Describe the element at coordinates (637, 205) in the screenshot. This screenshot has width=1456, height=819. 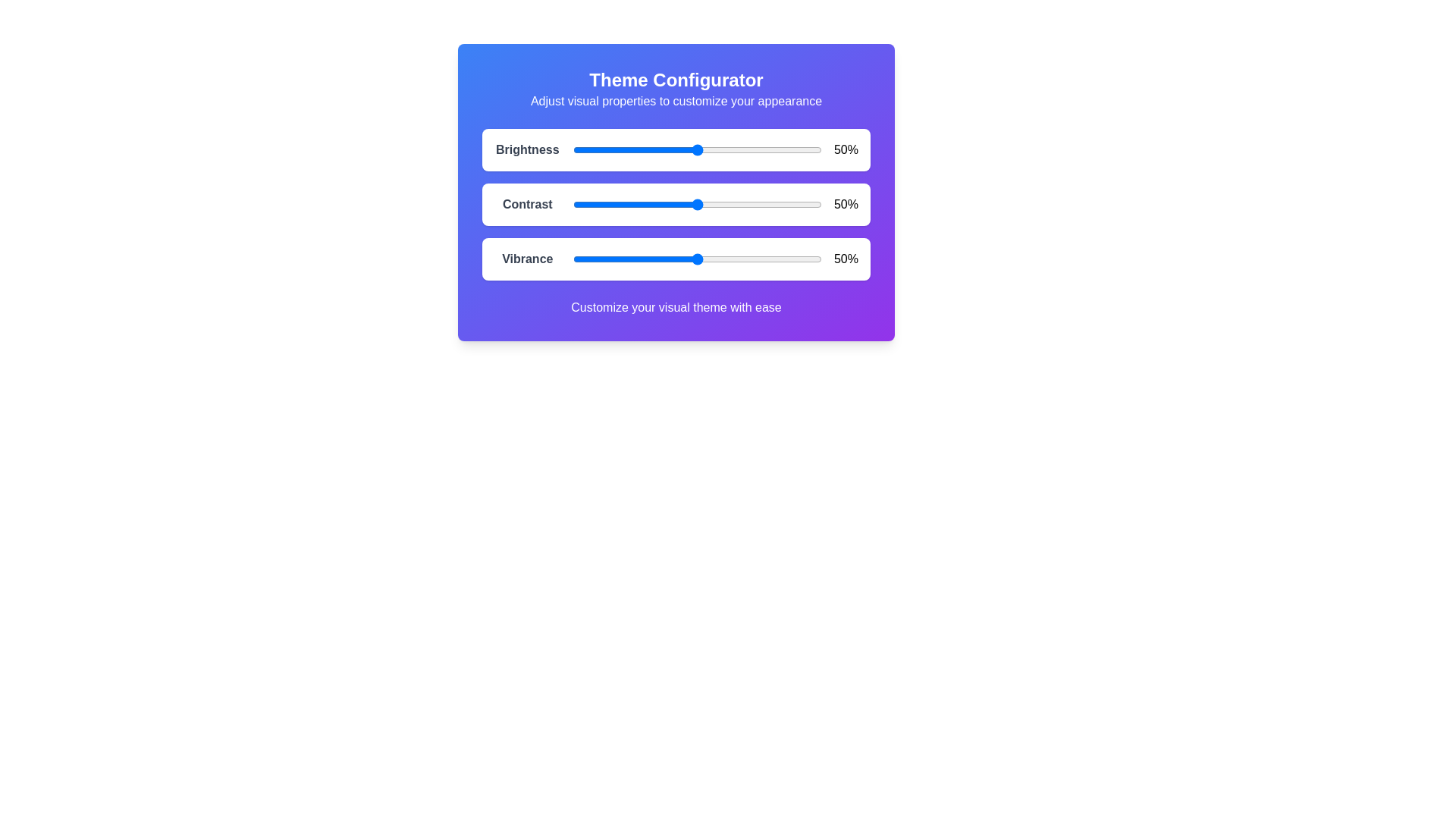
I see `the contrast slider to 26%` at that location.